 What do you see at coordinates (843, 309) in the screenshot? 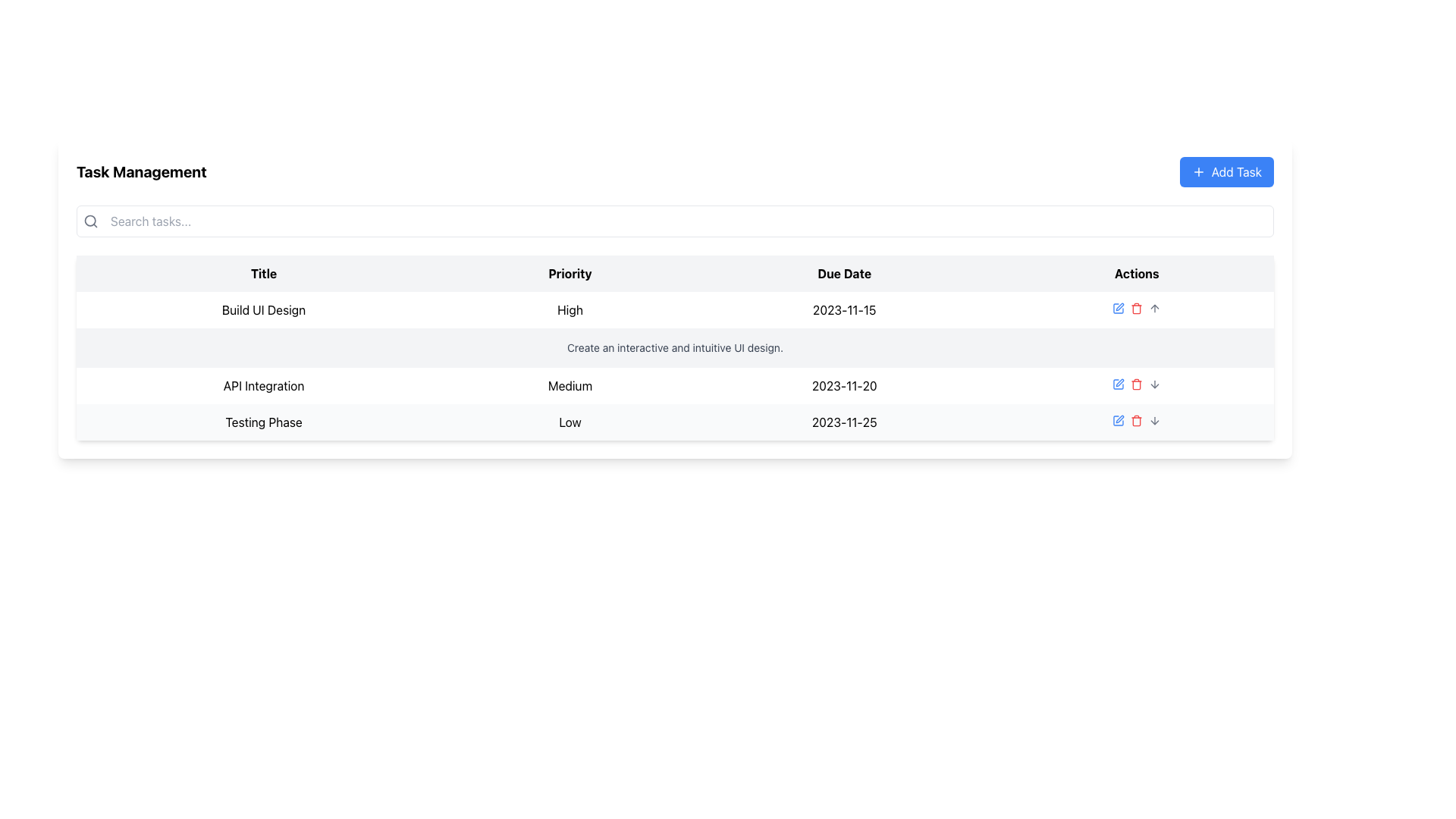
I see `the Text Label indicating the due date for the task 'Build UI Design', located in the third cell of the row labeled 'Build UI Design' under the 'Due Date' column` at bounding box center [843, 309].